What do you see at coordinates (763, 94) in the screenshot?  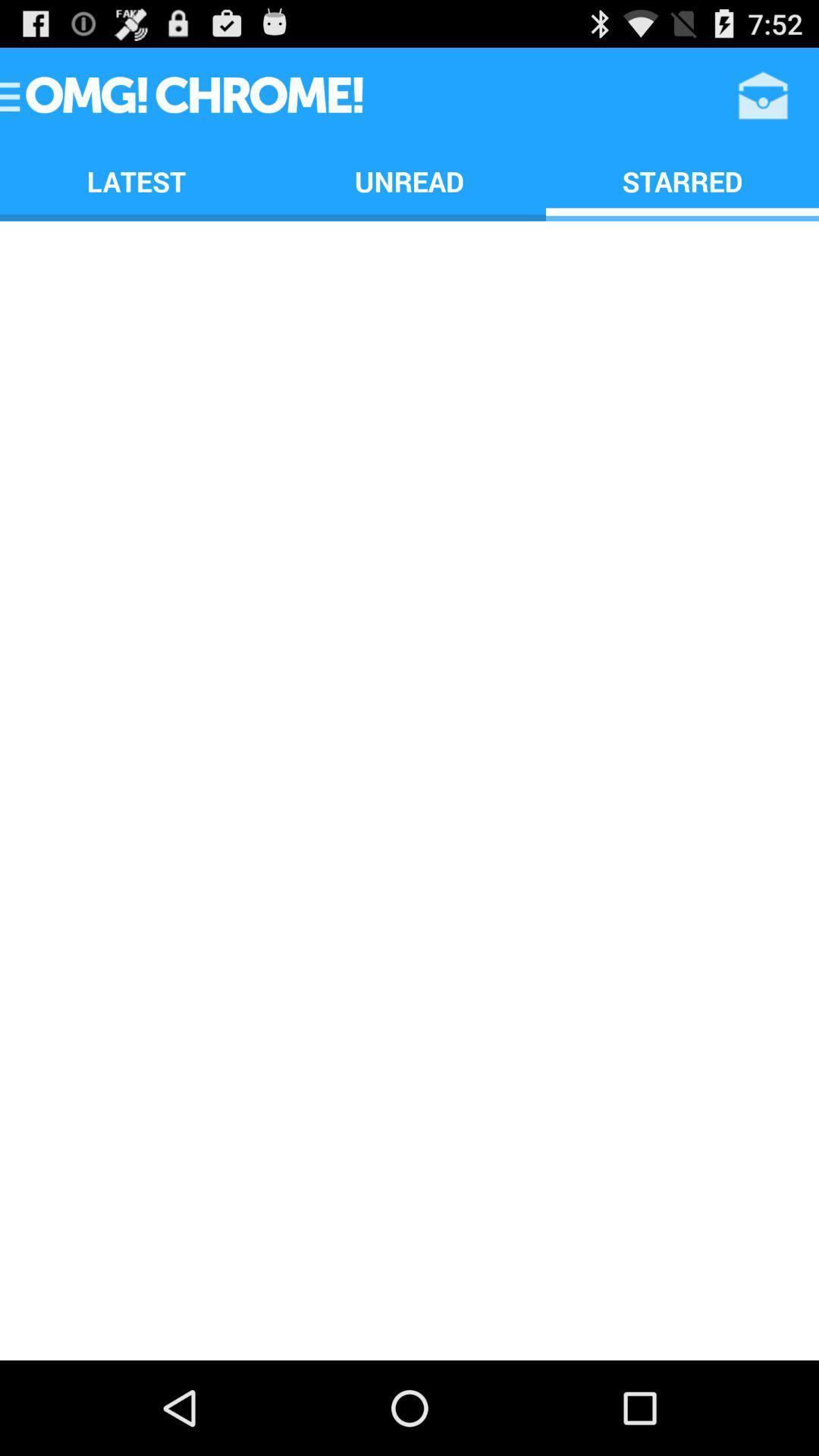 I see `the icon next to the unread icon` at bounding box center [763, 94].